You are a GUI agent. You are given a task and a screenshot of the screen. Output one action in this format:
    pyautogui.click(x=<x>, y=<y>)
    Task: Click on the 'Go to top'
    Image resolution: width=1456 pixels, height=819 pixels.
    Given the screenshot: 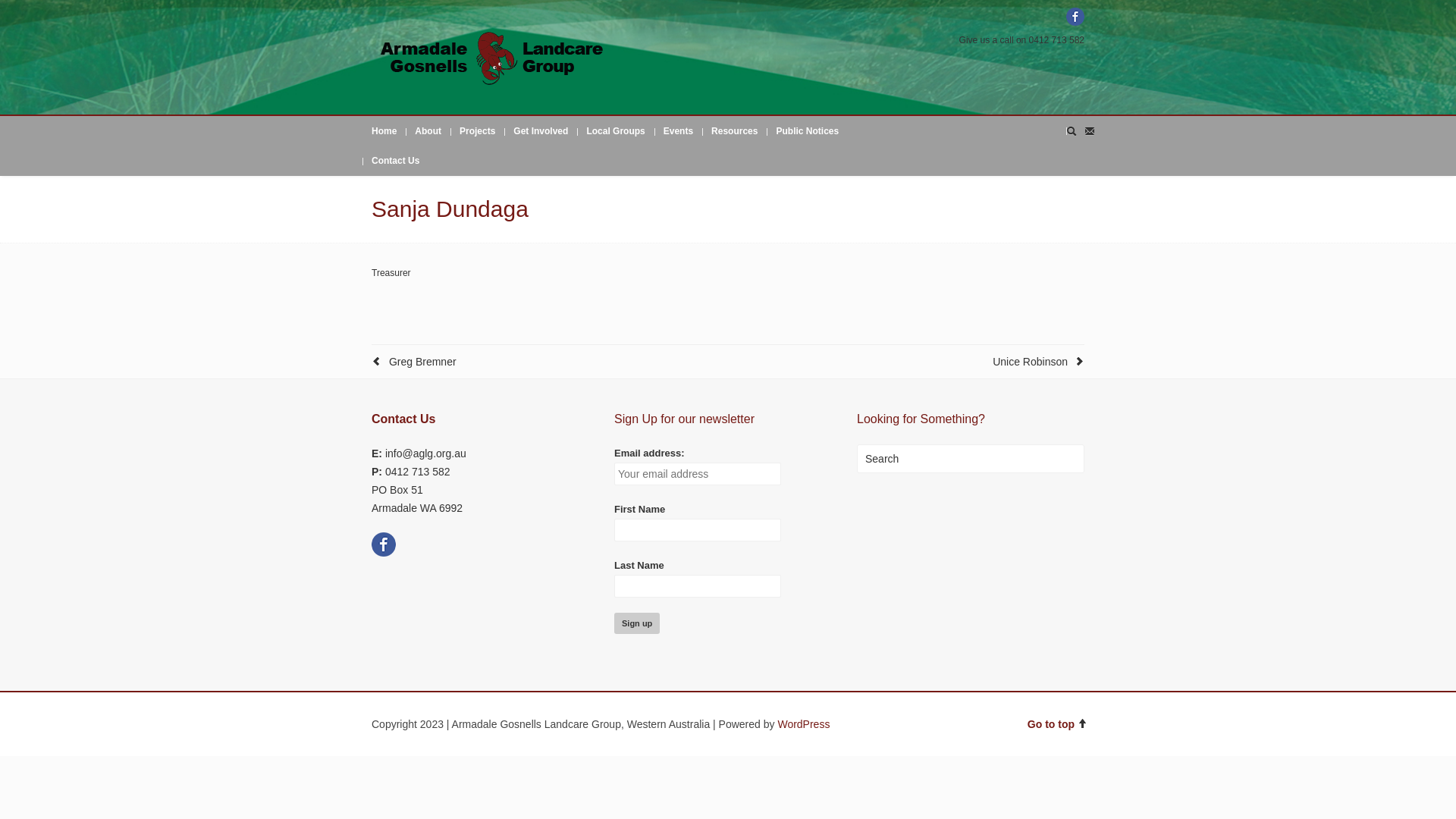 What is the action you would take?
    pyautogui.click(x=1057, y=723)
    